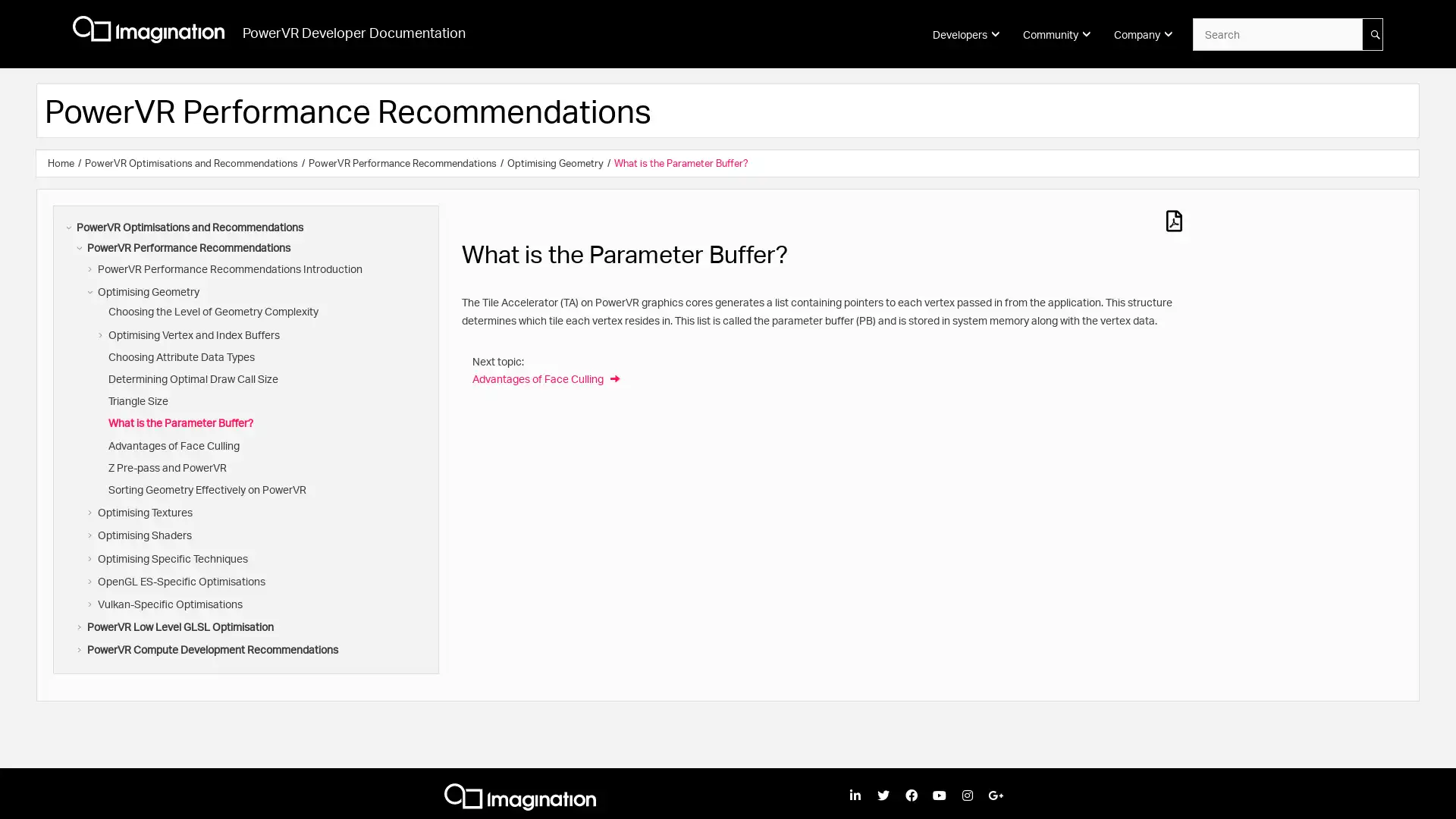 Image resolution: width=1456 pixels, height=819 pixels. What do you see at coordinates (90, 512) in the screenshot?
I see `Expand Optimising Textures` at bounding box center [90, 512].